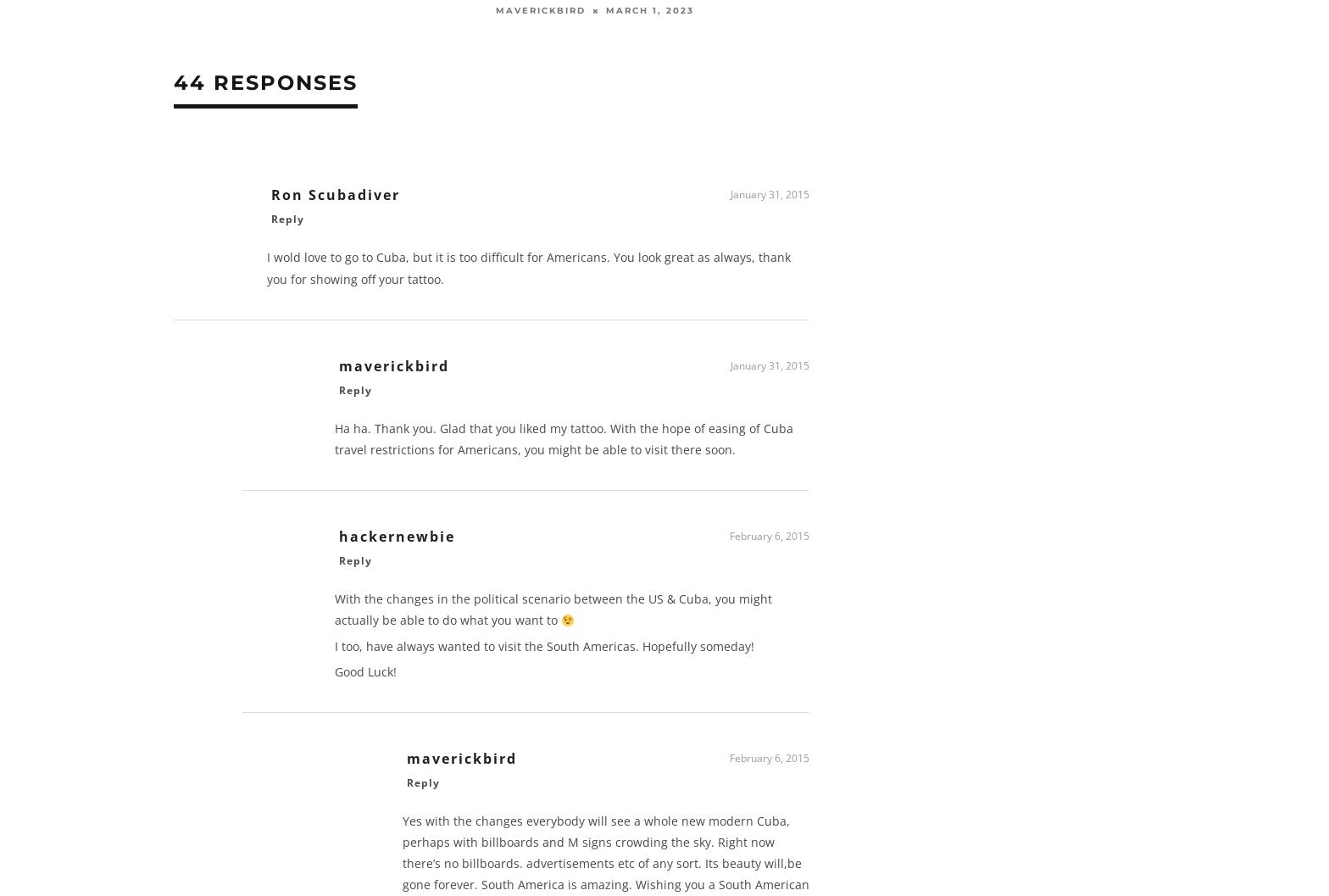  Describe the element at coordinates (544, 652) in the screenshot. I see `'I too, have always wanted to visit the South Americas. Hopefully someday!'` at that location.